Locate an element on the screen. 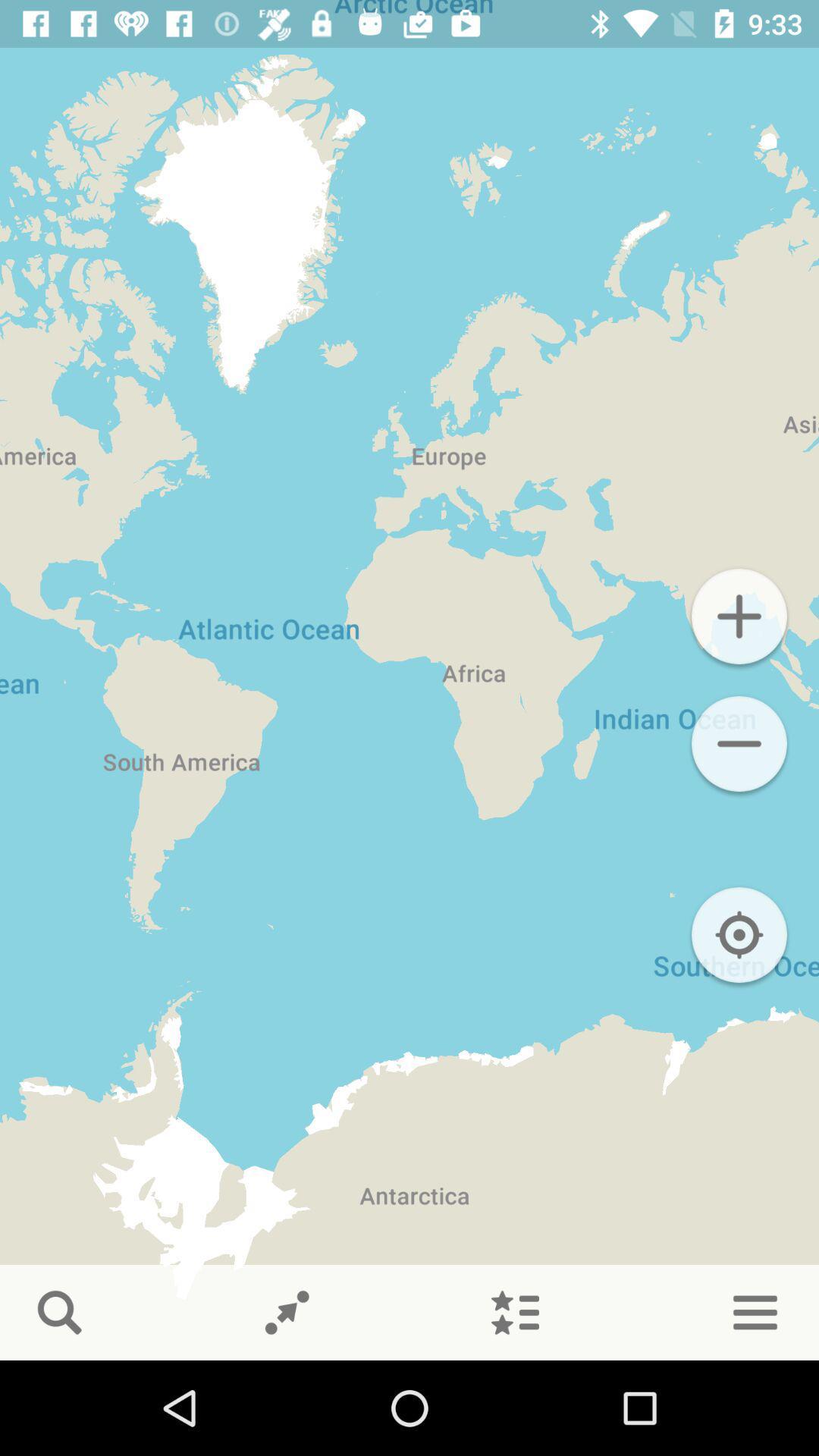 This screenshot has height=1456, width=819. zoom out is located at coordinates (739, 743).